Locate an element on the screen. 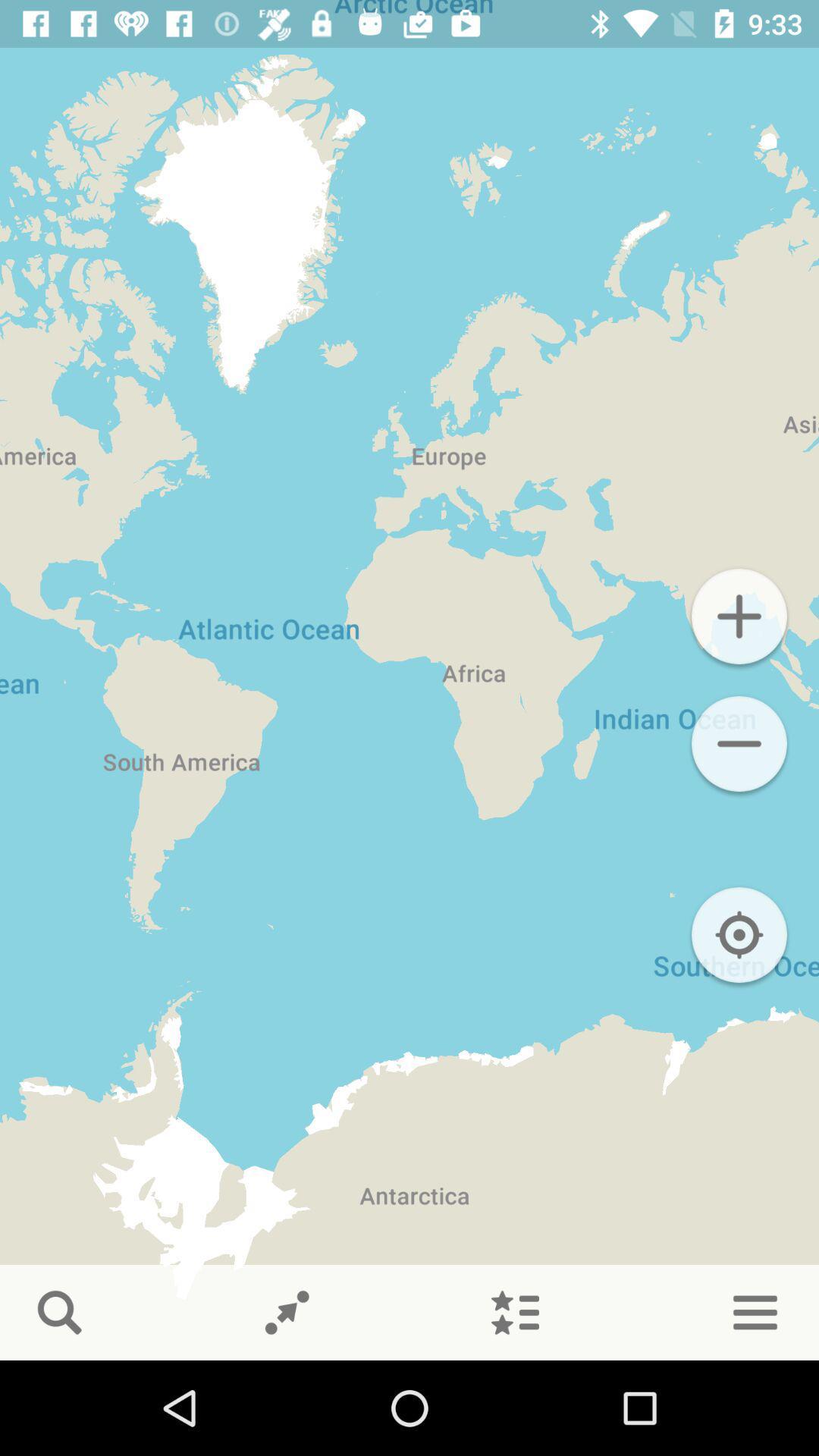 This screenshot has height=1456, width=819. zoom out is located at coordinates (739, 743).